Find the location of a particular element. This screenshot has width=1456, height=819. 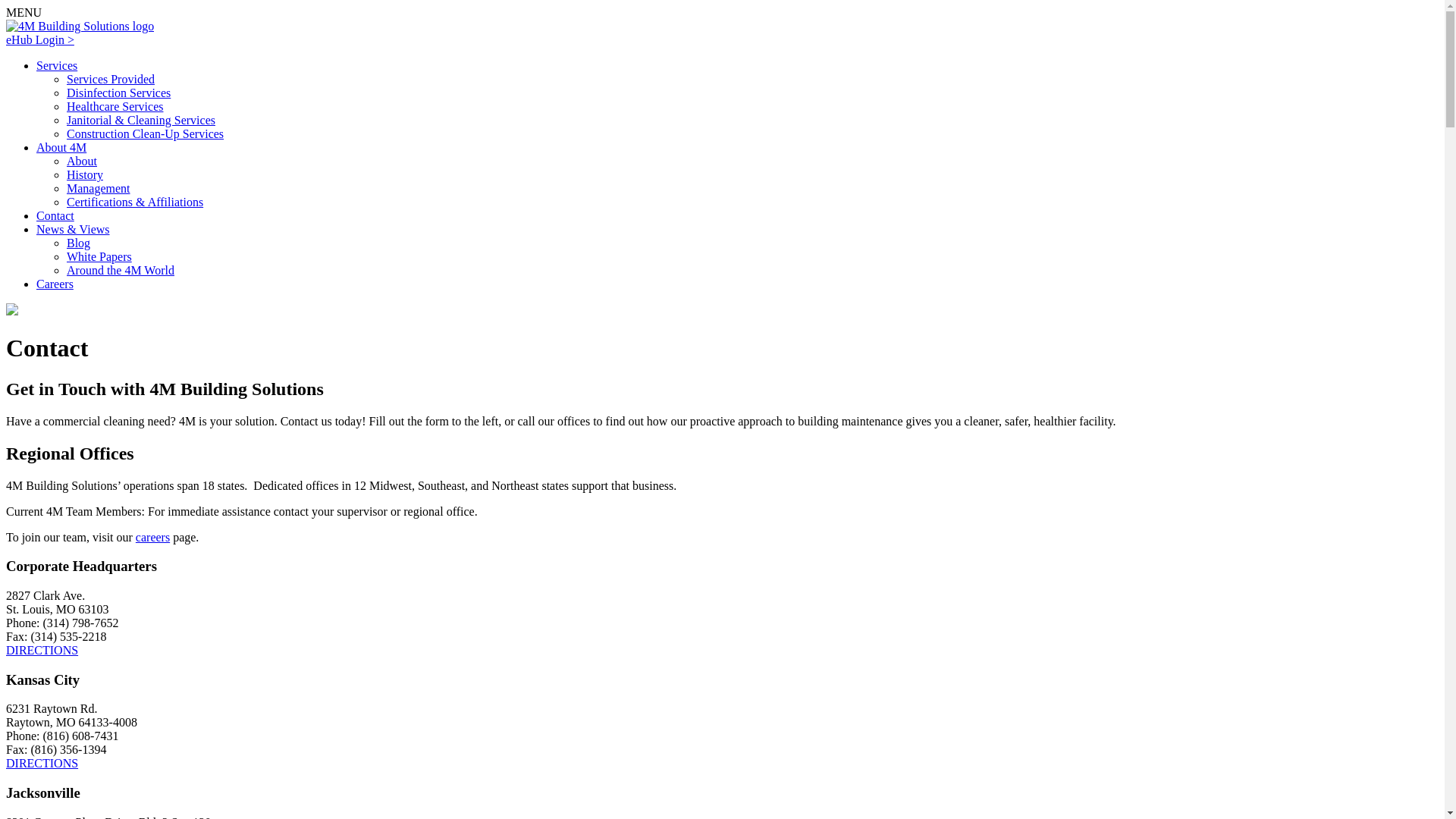

'eHub Login >' is located at coordinates (39, 39).